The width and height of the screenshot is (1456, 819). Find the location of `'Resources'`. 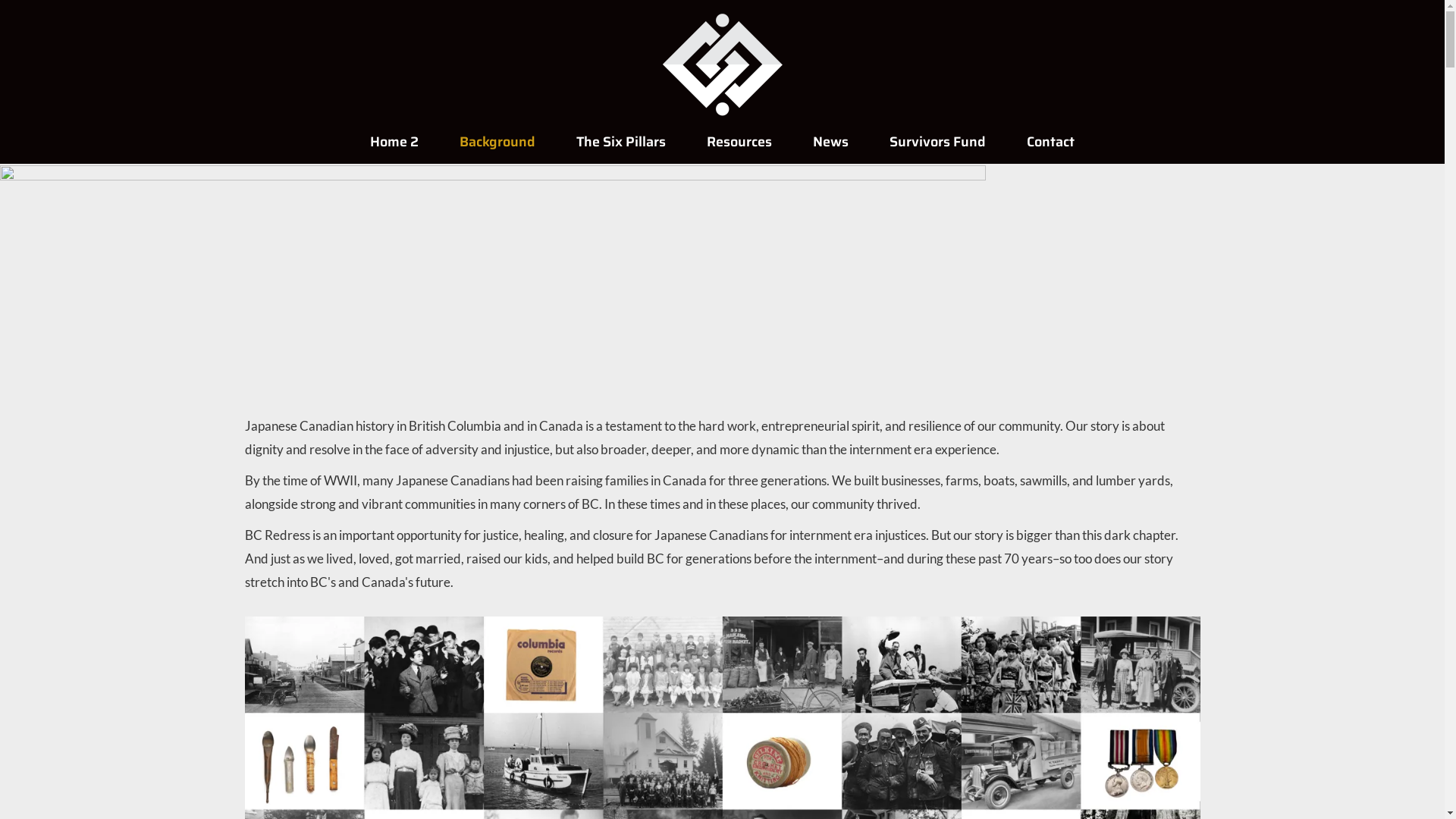

'Resources' is located at coordinates (739, 141).